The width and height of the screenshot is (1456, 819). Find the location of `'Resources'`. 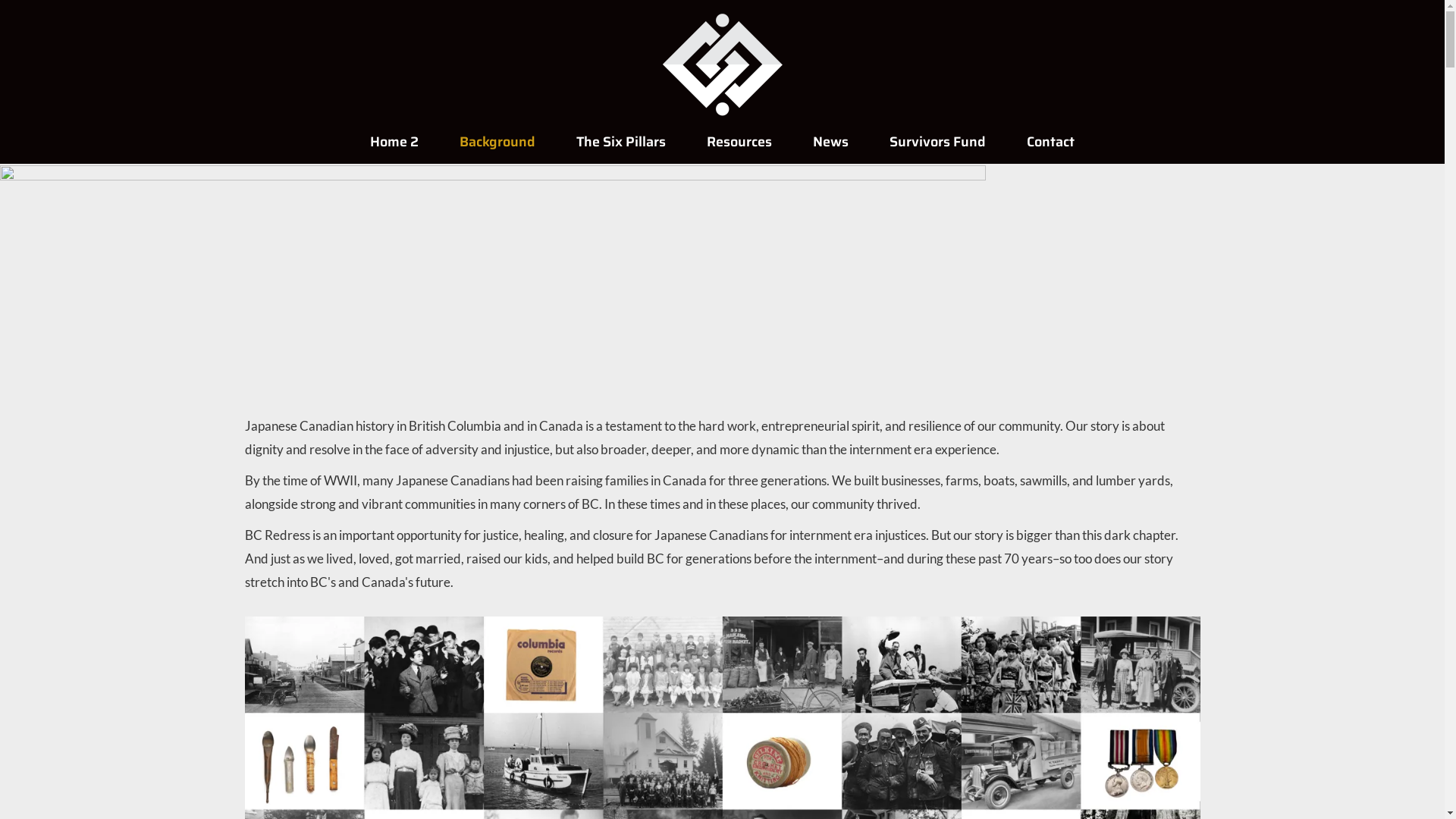

'Resources' is located at coordinates (739, 141).